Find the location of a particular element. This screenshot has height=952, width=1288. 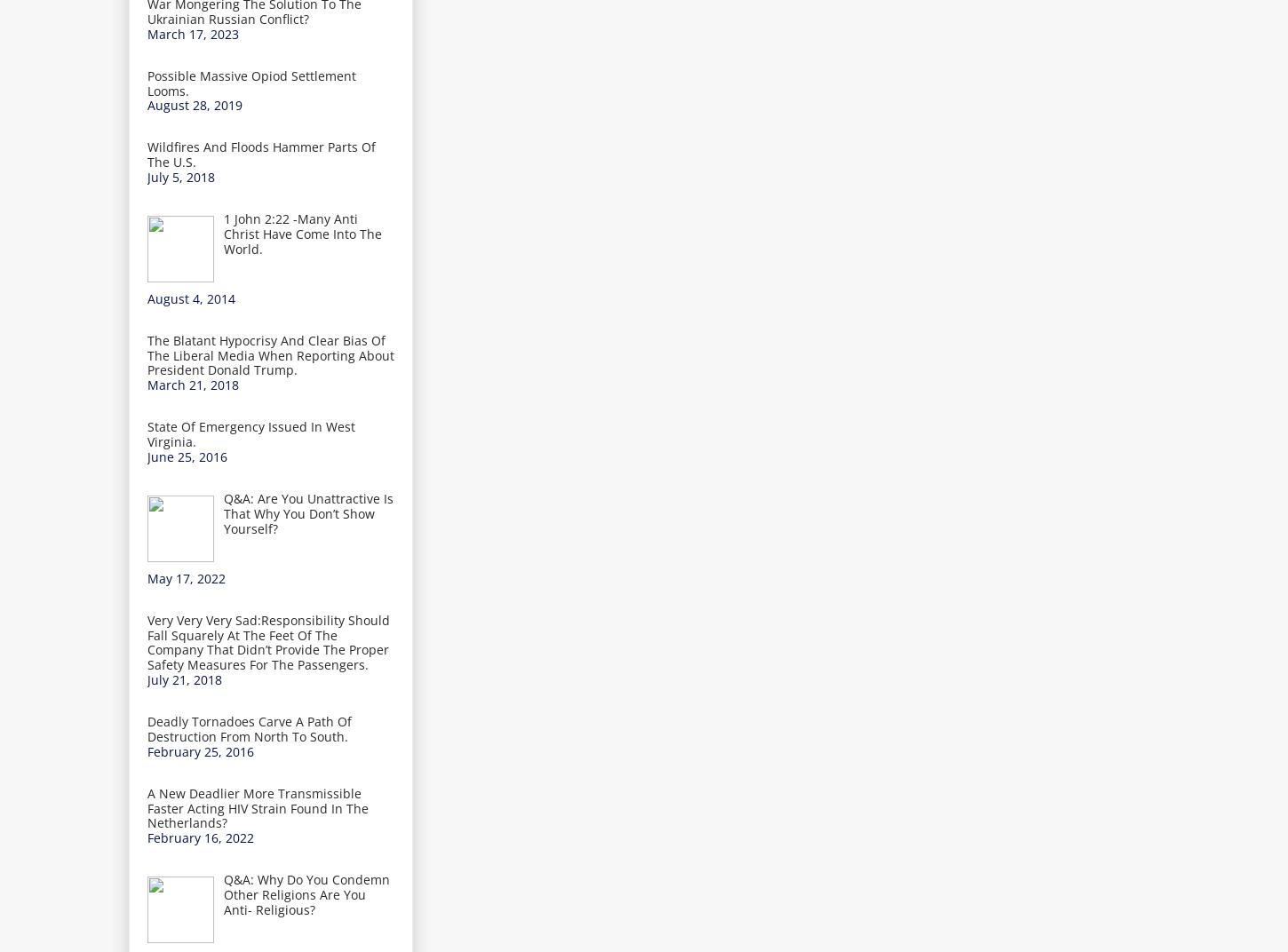

'1 John 2:22 -Many Anti Christ  Have Come Into The World.' is located at coordinates (222, 233).